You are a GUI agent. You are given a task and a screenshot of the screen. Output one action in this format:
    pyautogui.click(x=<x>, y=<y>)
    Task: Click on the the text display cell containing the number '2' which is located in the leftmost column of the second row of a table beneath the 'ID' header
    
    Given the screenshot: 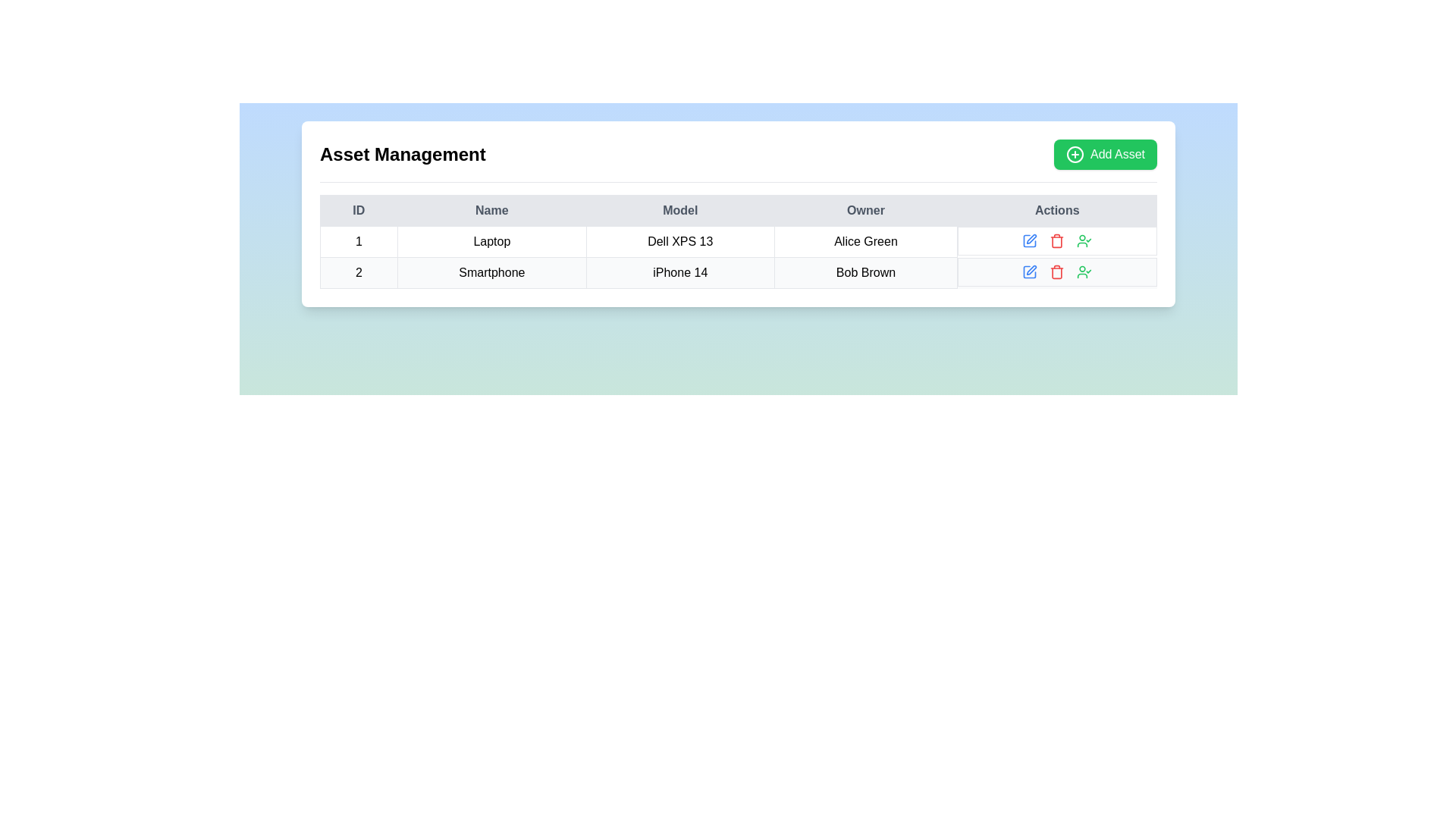 What is the action you would take?
    pyautogui.click(x=358, y=271)
    